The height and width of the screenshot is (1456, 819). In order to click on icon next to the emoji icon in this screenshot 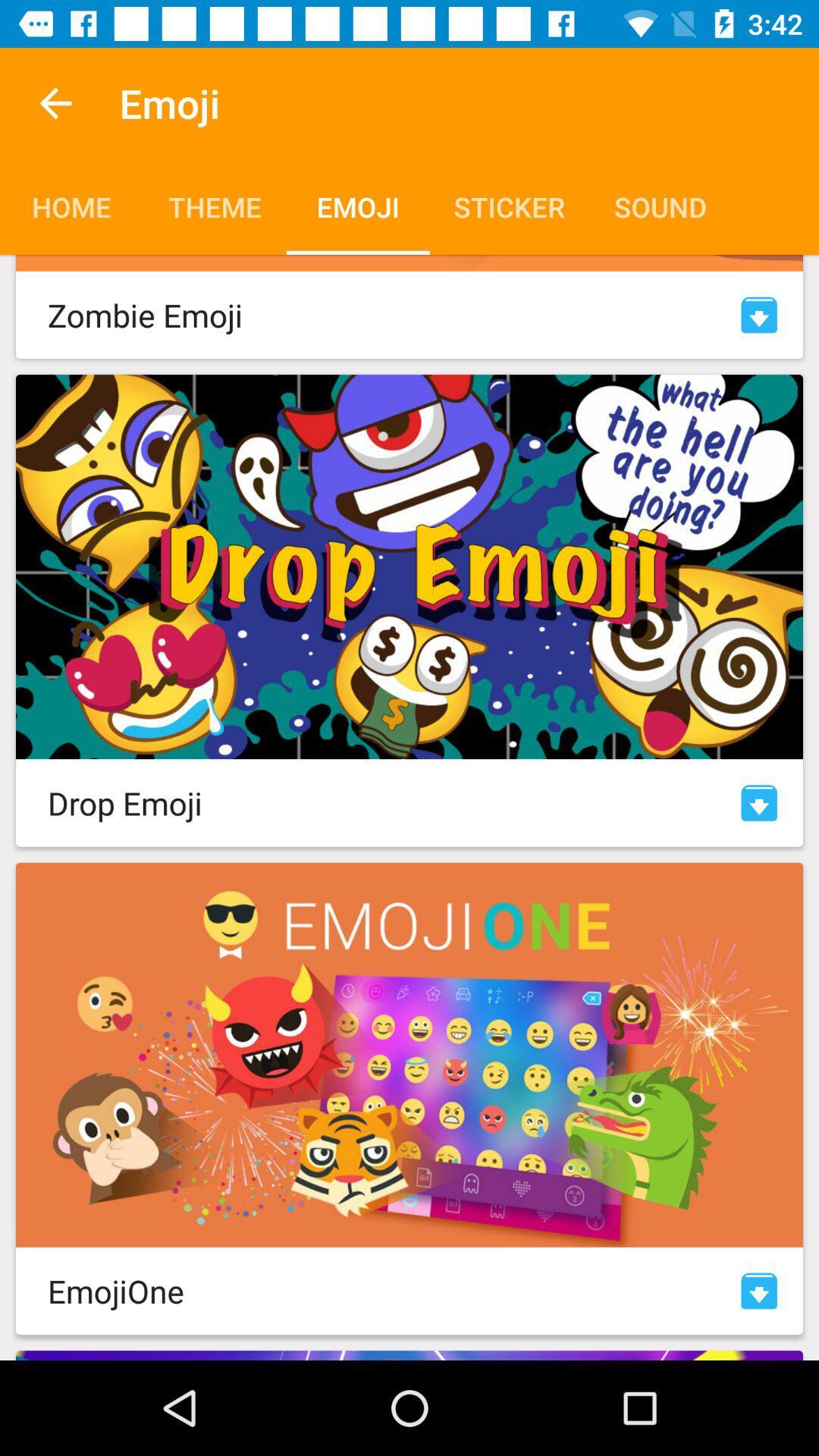, I will do `click(55, 102)`.